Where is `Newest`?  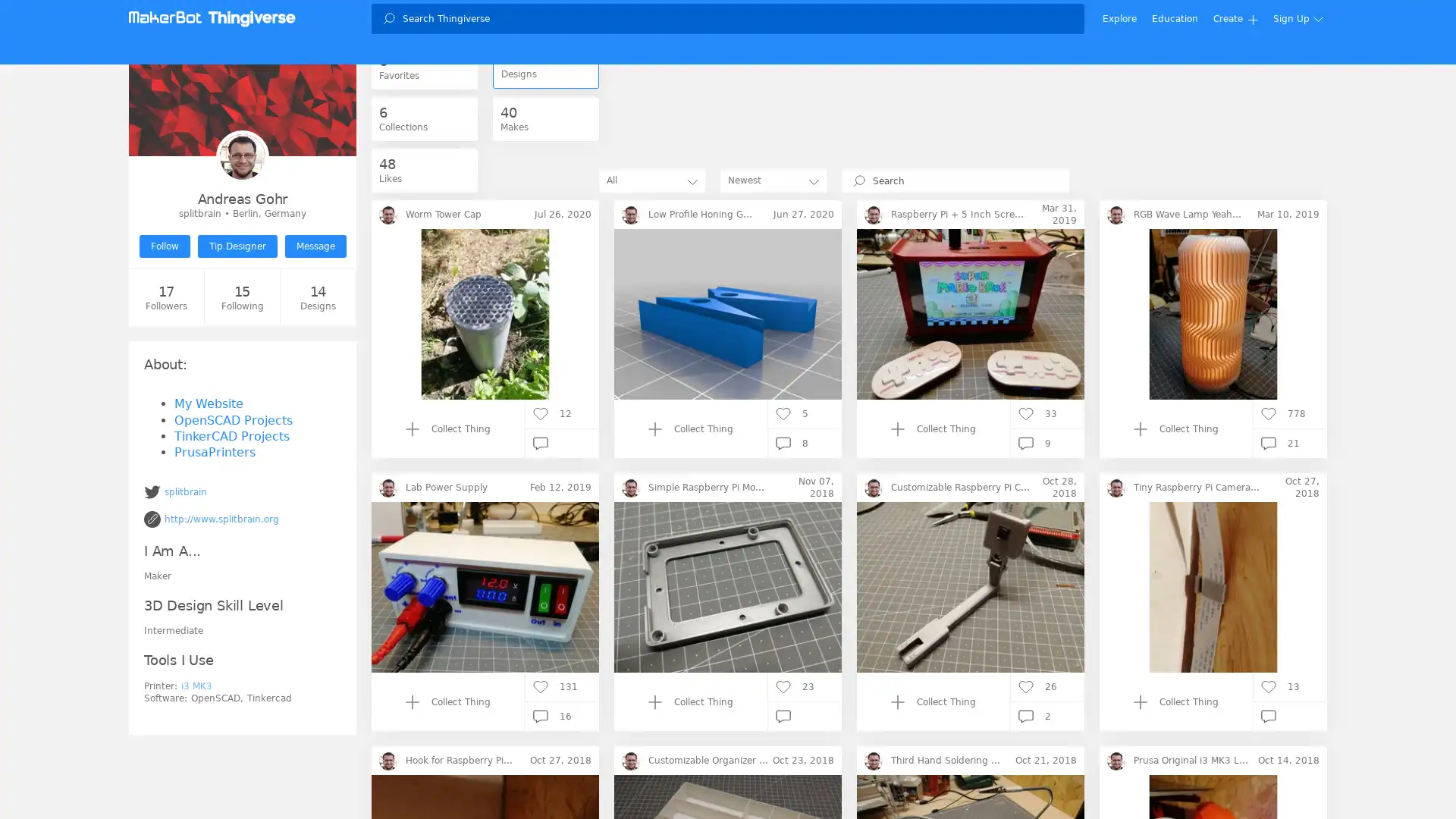 Newest is located at coordinates (773, 180).